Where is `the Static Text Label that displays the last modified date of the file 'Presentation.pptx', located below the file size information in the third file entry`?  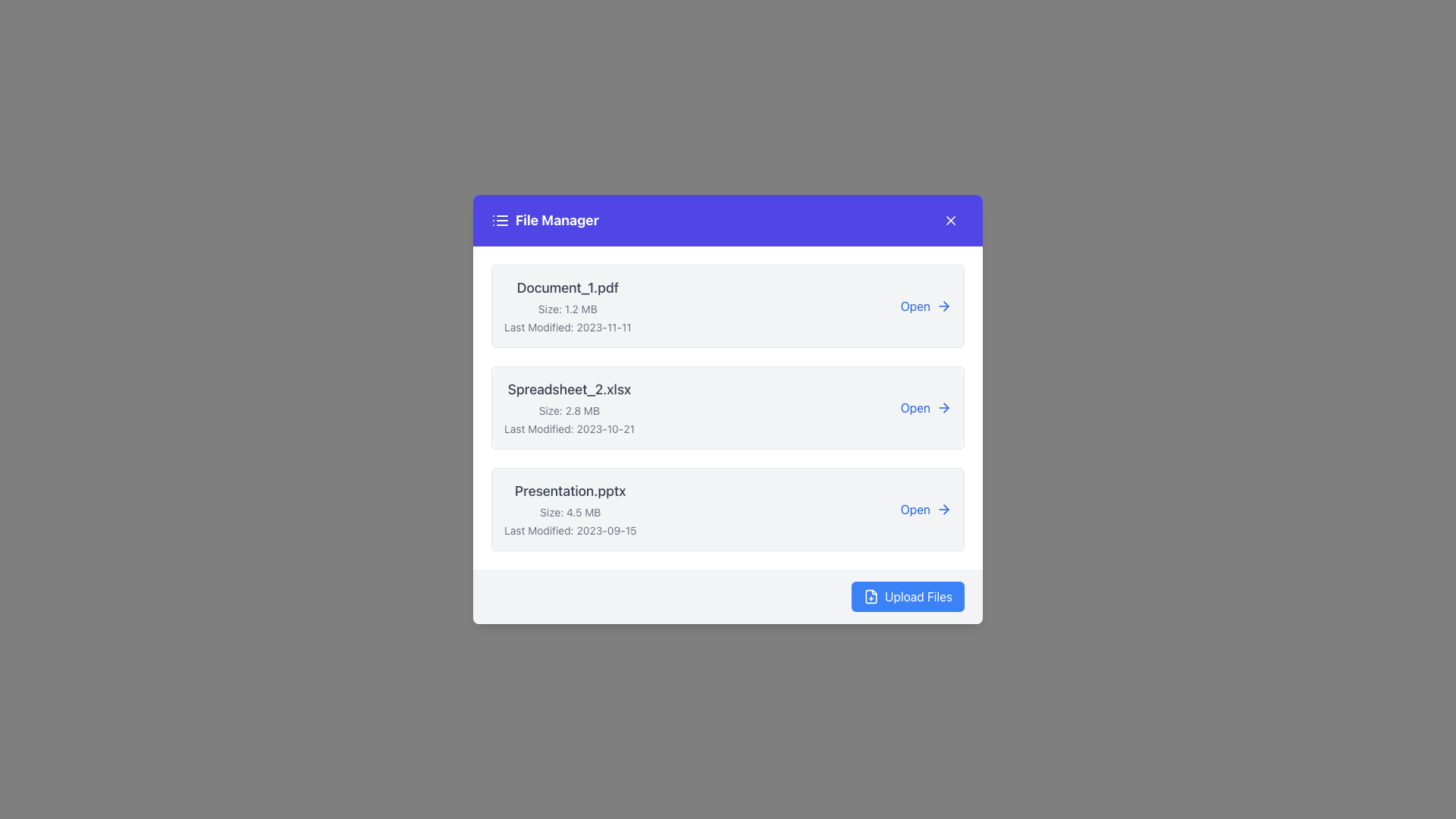
the Static Text Label that displays the last modified date of the file 'Presentation.pptx', located below the file size information in the third file entry is located at coordinates (570, 529).